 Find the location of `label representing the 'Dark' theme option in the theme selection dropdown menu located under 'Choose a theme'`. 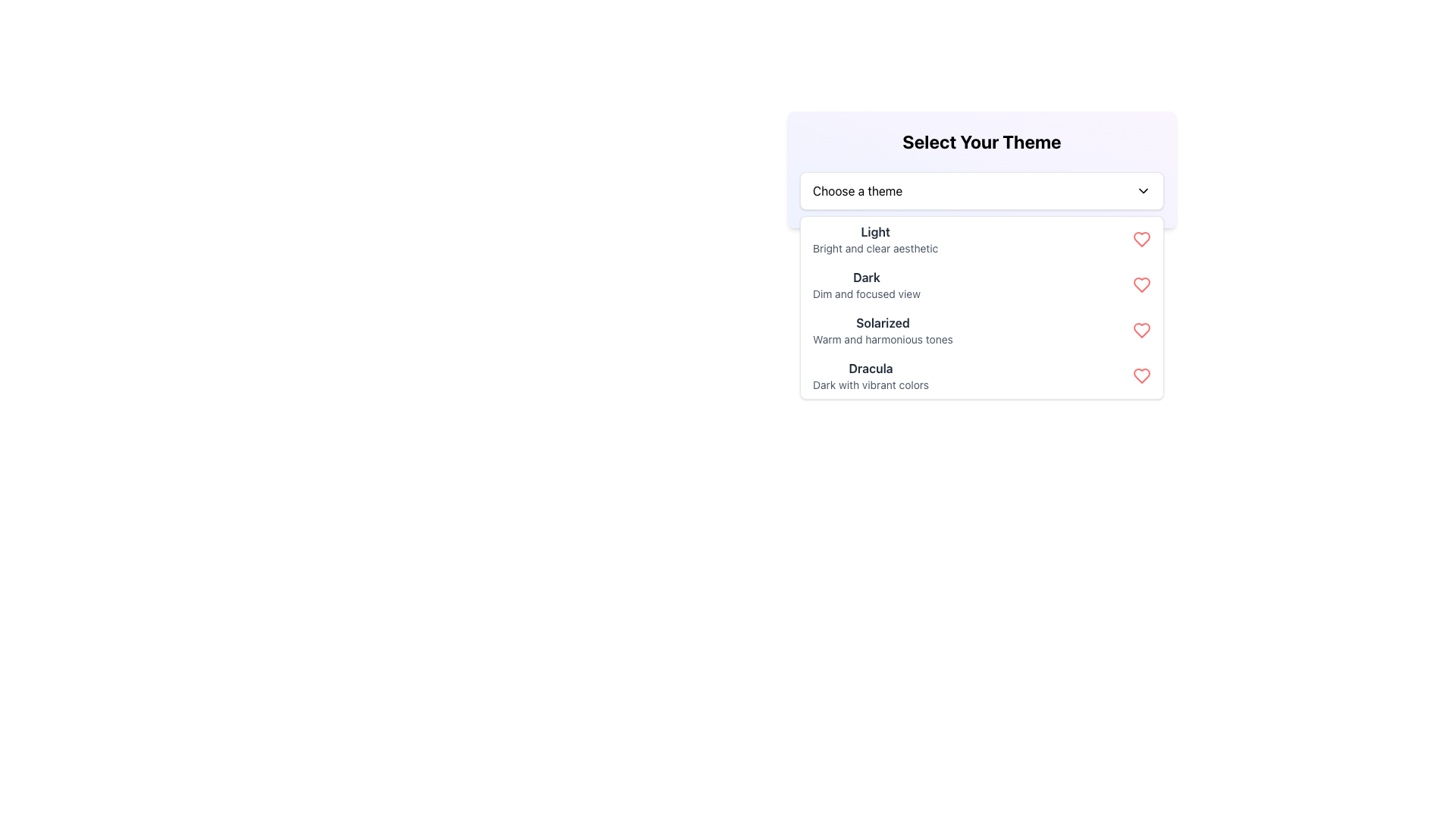

label representing the 'Dark' theme option in the theme selection dropdown menu located under 'Choose a theme' is located at coordinates (866, 278).